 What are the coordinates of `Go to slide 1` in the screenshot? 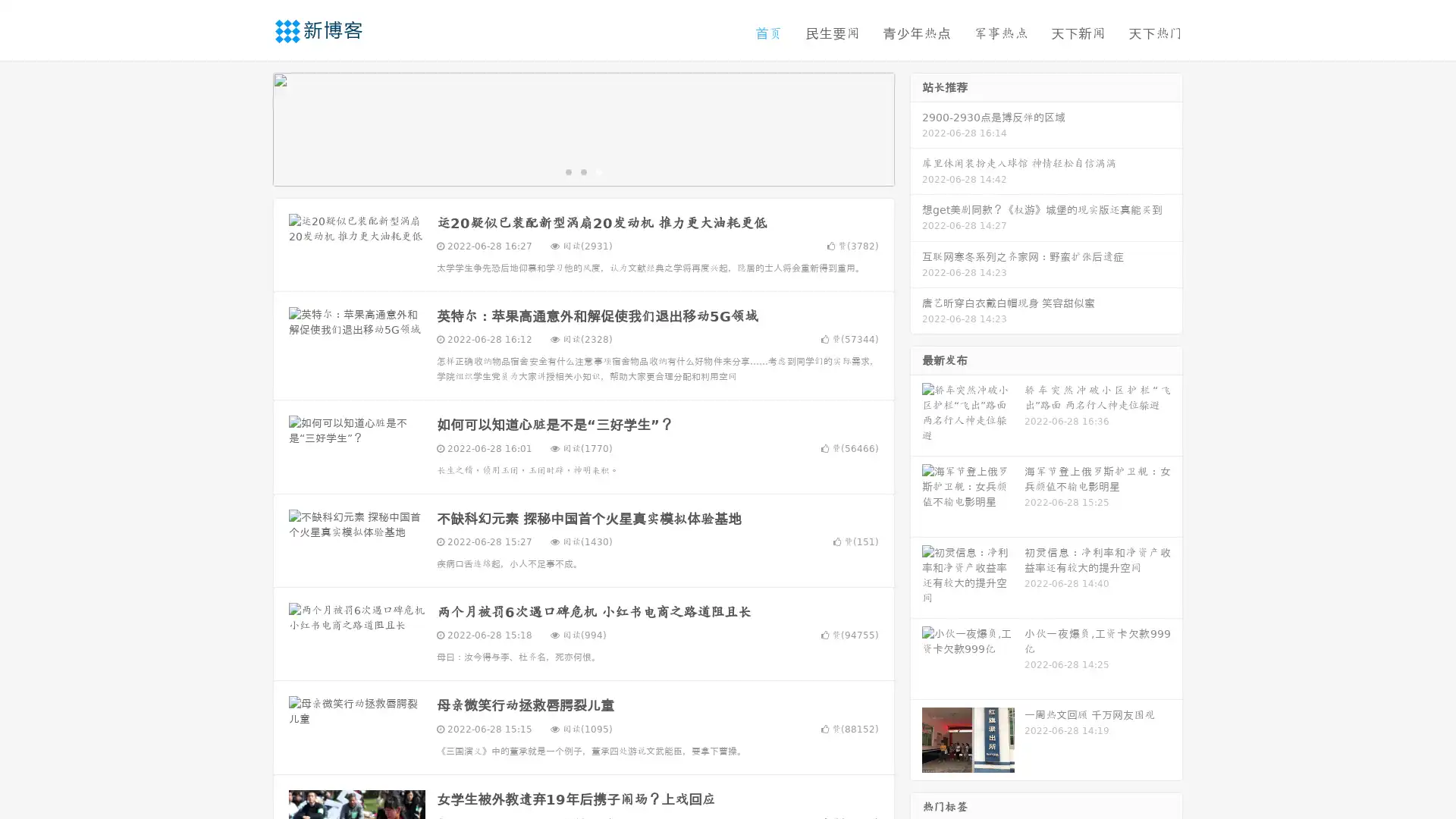 It's located at (567, 171).